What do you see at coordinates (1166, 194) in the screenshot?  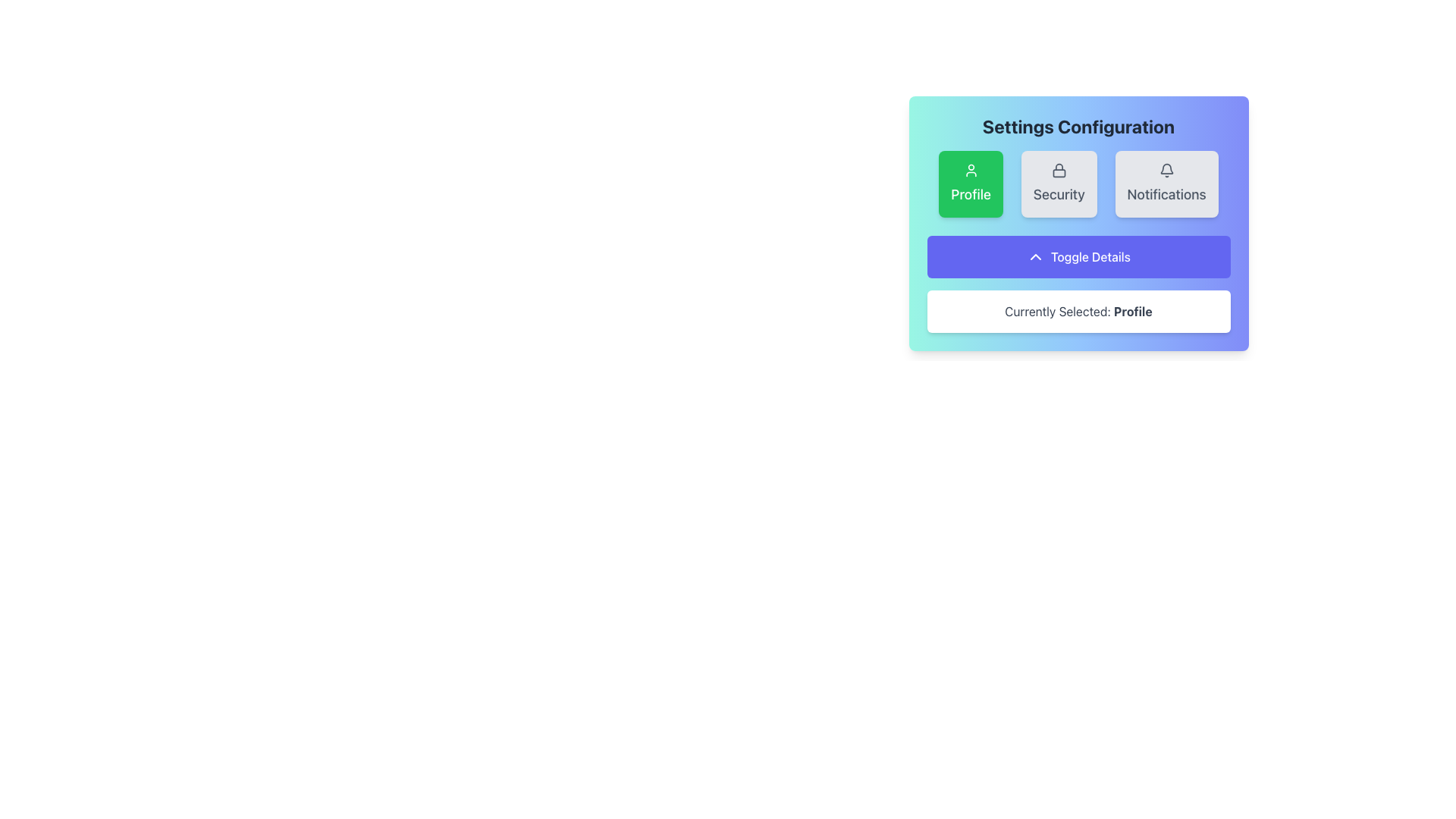 I see `the 'Notifications' text label, which is styled in a sans-serif font, medium weight, and neutral grey color, located beneath a bell icon within a button-like area` at bounding box center [1166, 194].